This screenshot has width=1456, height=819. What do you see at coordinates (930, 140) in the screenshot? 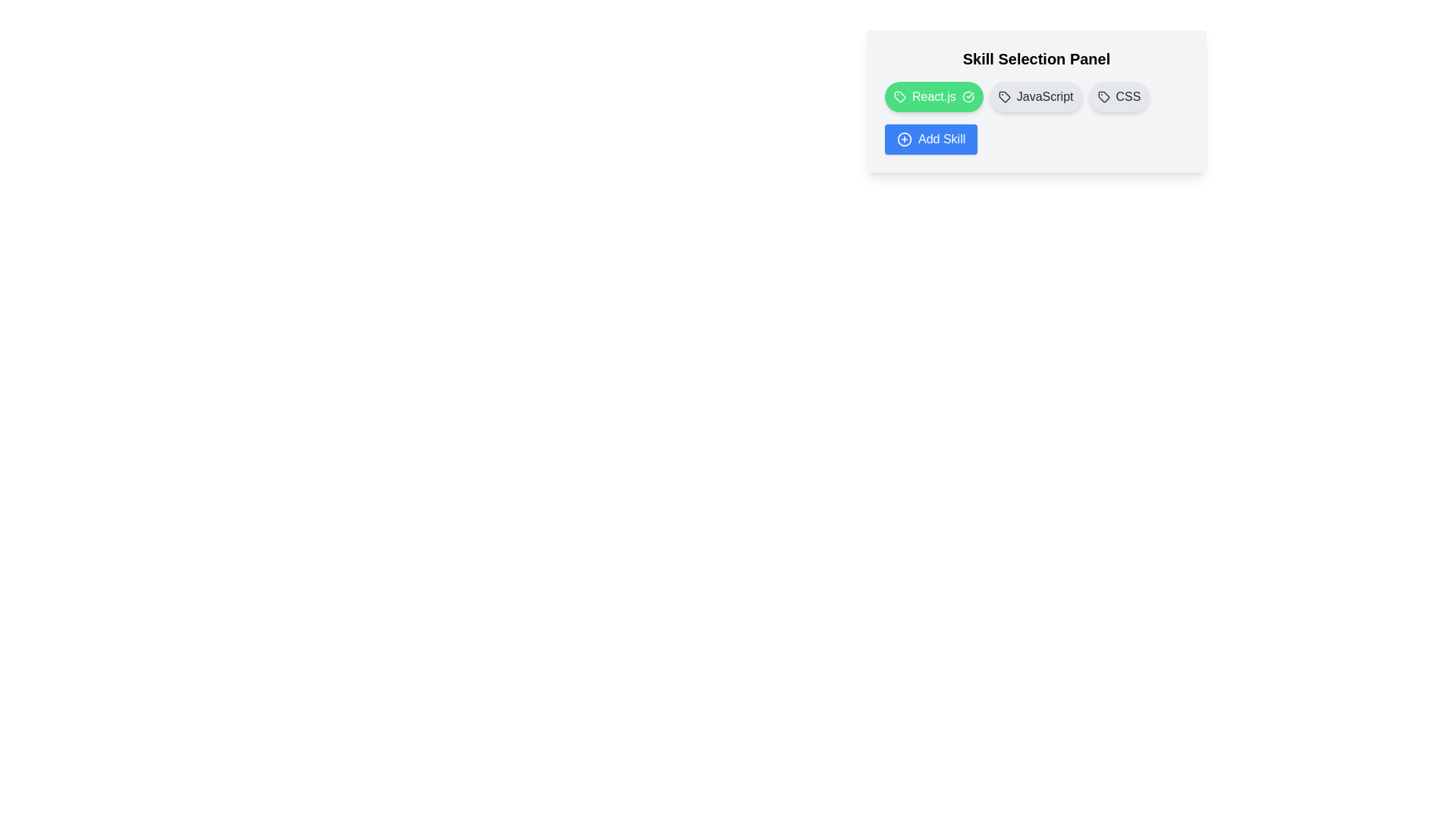
I see `the button that allows users to add a new skill, located towards the bottom-left side of the skill selection panel, directly below the 'React.js' tag` at bounding box center [930, 140].